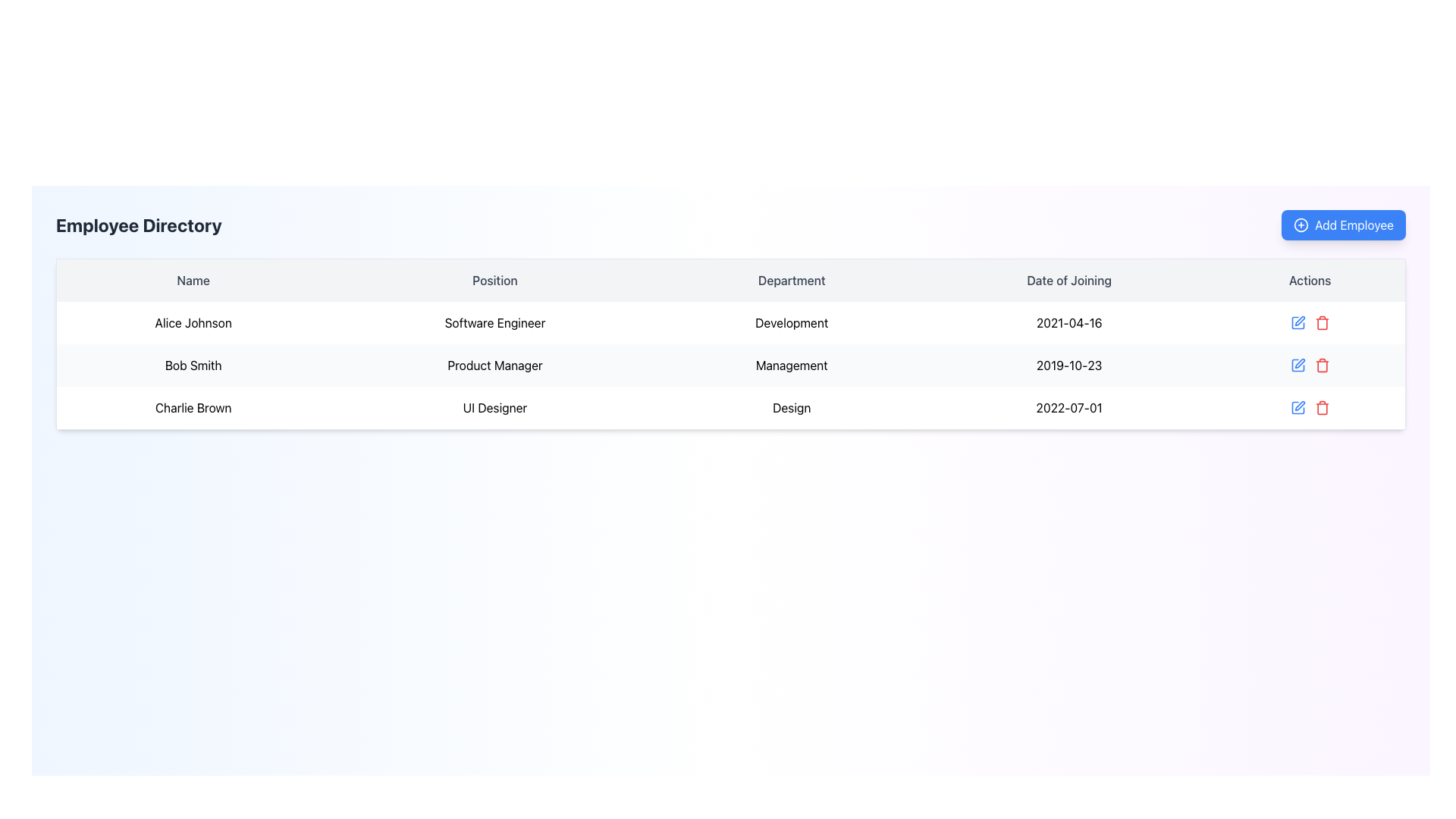 The image size is (1456, 819). Describe the element at coordinates (1068, 407) in the screenshot. I see `displayed date '2022-07-01' from the 'Date of Joining' column entry for employee 'Charlie Brown' in the 'Employee Directory' table, which is centrally aligned in its column` at that location.